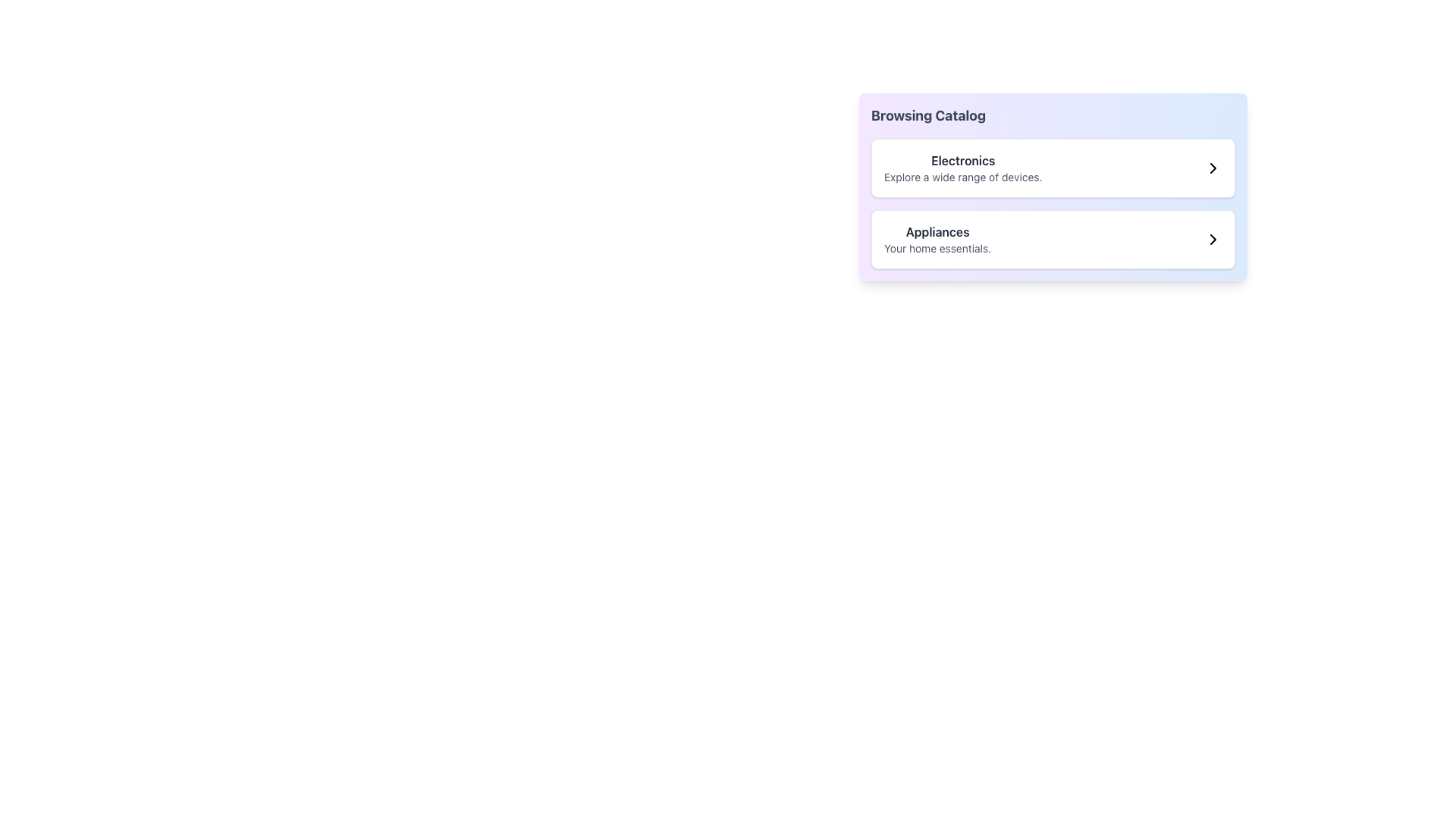  What do you see at coordinates (962, 168) in the screenshot?
I see `the Text Display element that represents an item in a selectable list for accessing the catalog of electronic devices` at bounding box center [962, 168].